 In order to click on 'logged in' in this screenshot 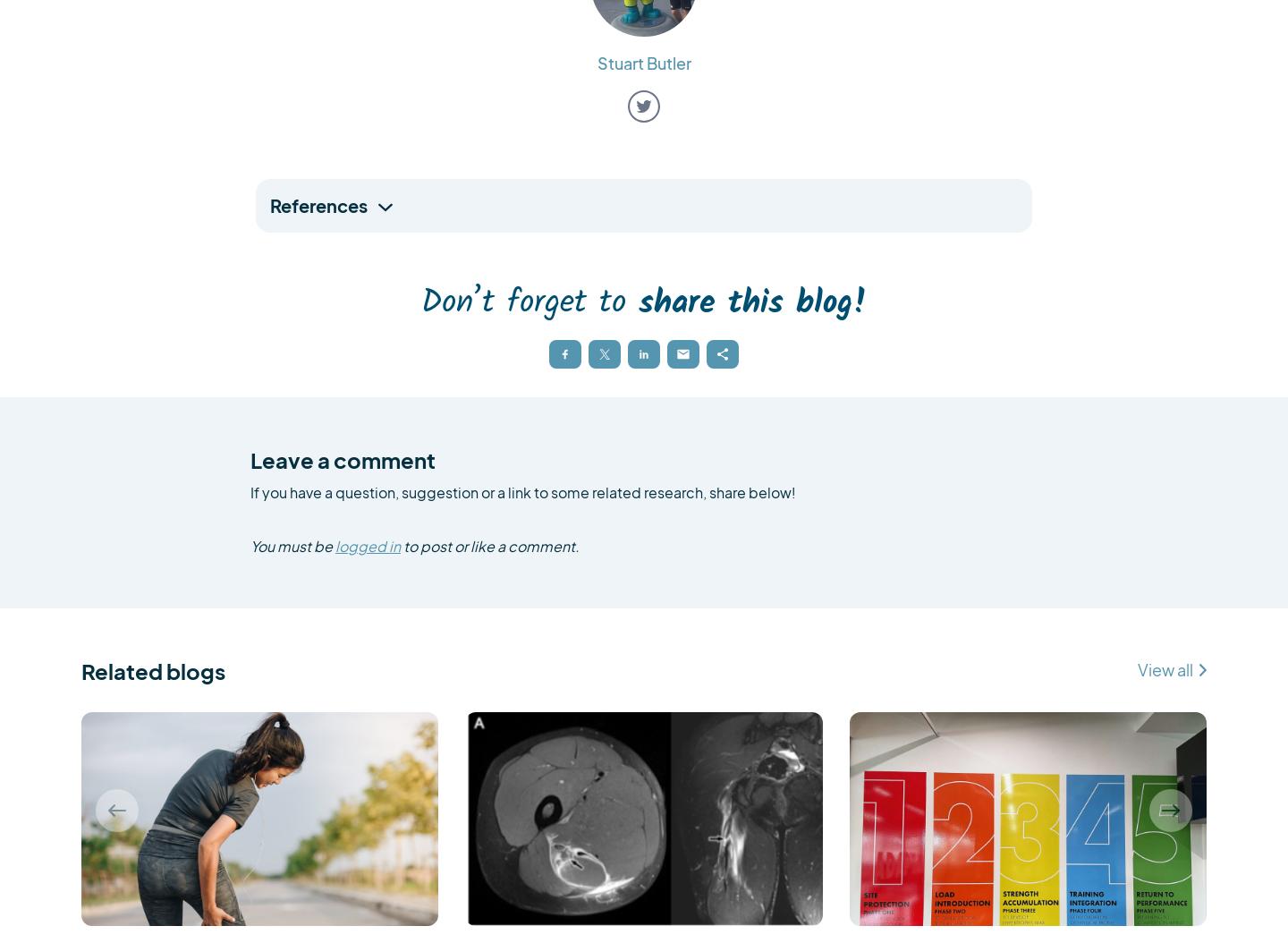, I will do `click(367, 545)`.